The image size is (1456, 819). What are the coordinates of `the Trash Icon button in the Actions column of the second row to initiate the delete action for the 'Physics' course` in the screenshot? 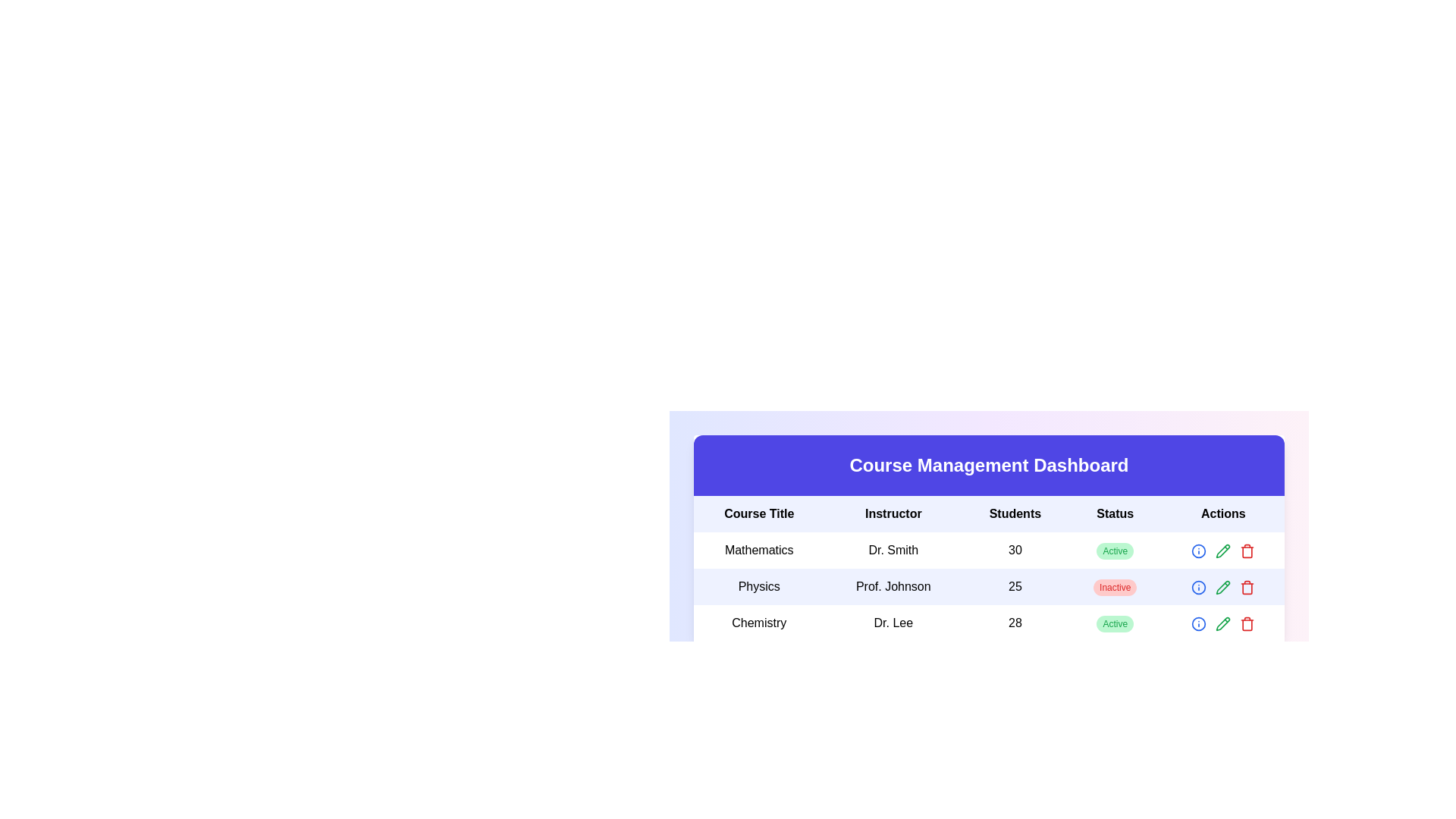 It's located at (1247, 586).